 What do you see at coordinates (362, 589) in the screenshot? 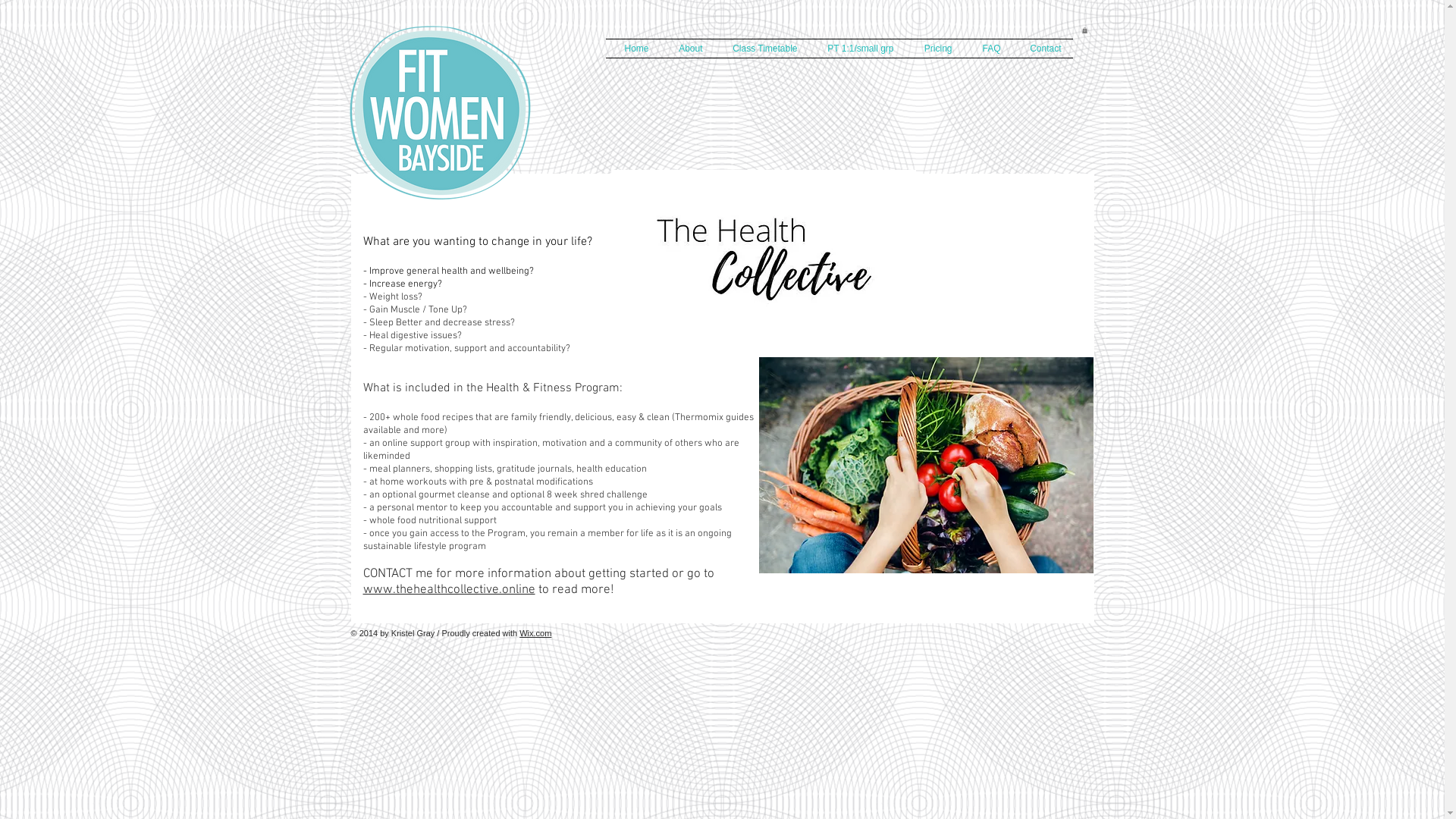
I see `'www.thehealthcollective.online'` at bounding box center [362, 589].